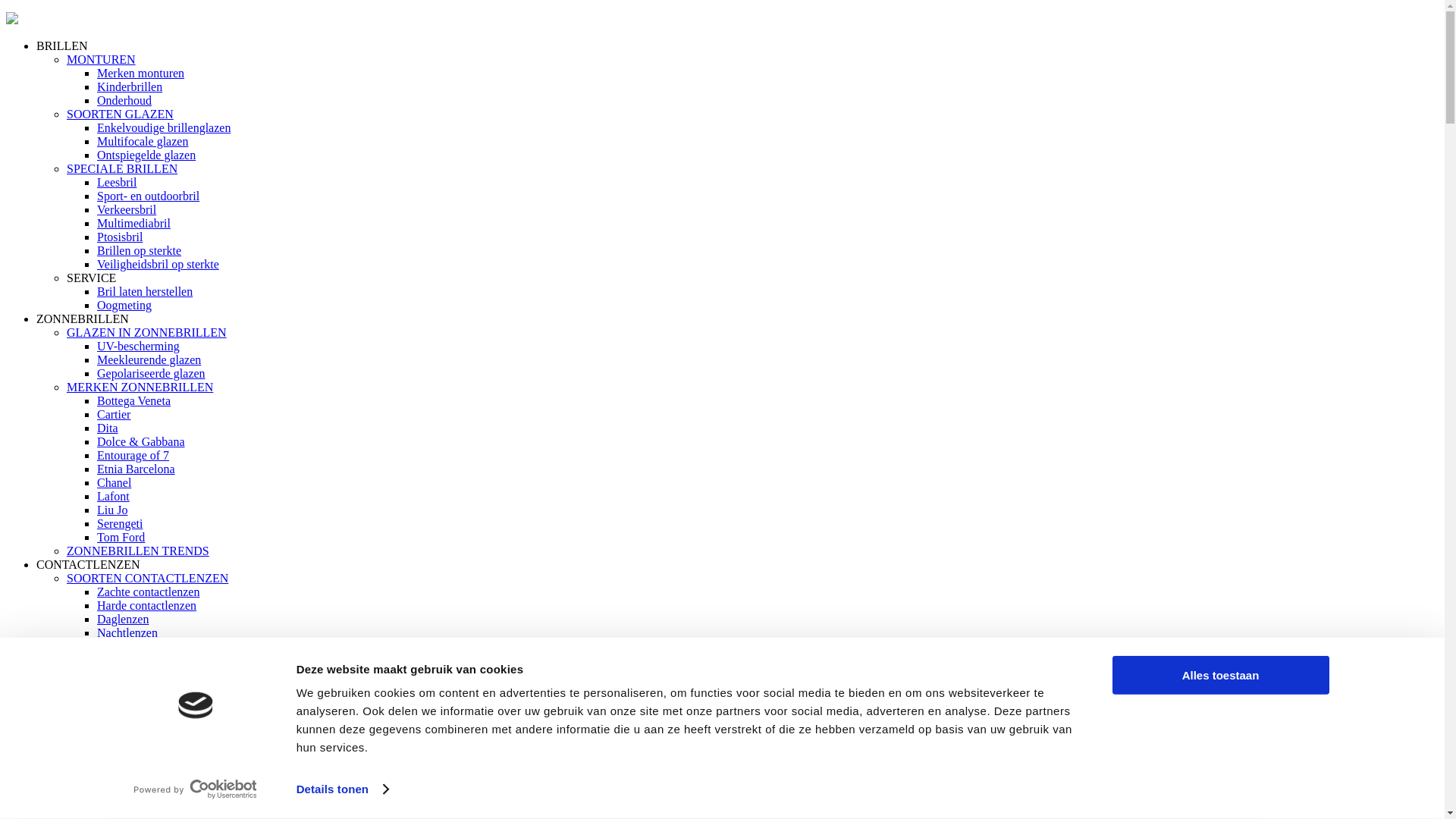 The image size is (1456, 819). Describe the element at coordinates (151, 373) in the screenshot. I see `'Gepolariseerde glazen'` at that location.